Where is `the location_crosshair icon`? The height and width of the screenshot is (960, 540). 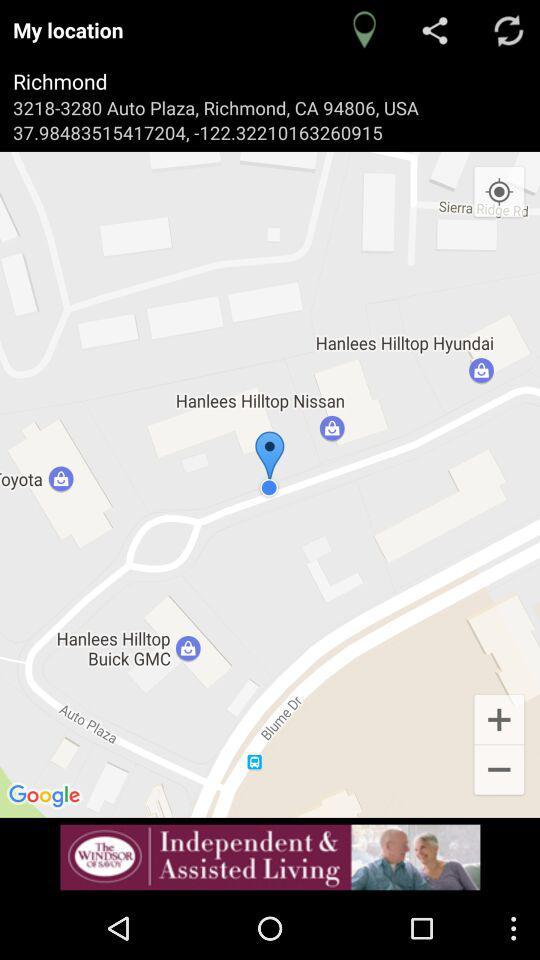
the location_crosshair icon is located at coordinates (498, 206).